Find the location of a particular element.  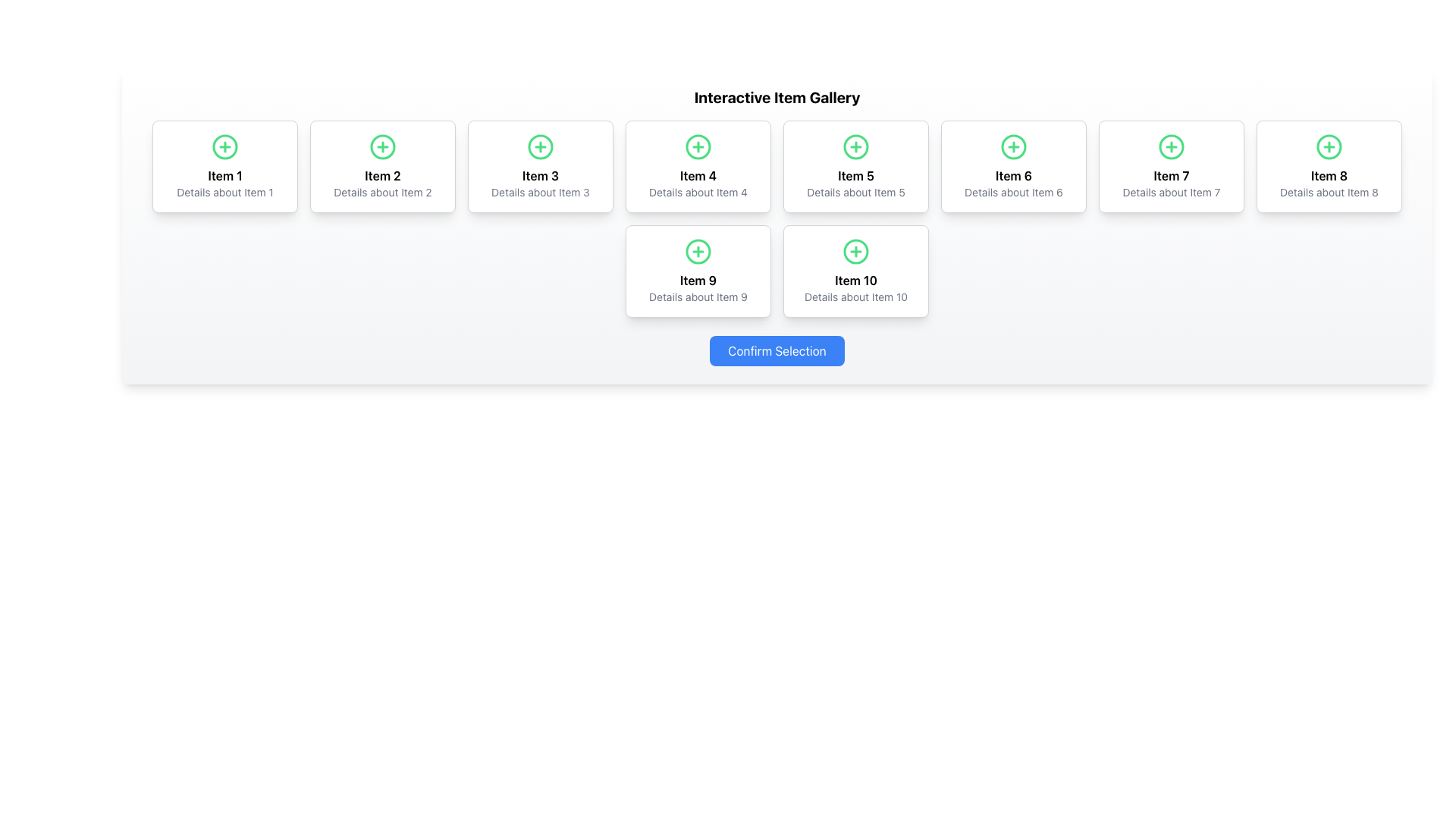

the static text label providing additional information about 'Item 6', located underneath the title within the sixth card of the grid is located at coordinates (1014, 192).